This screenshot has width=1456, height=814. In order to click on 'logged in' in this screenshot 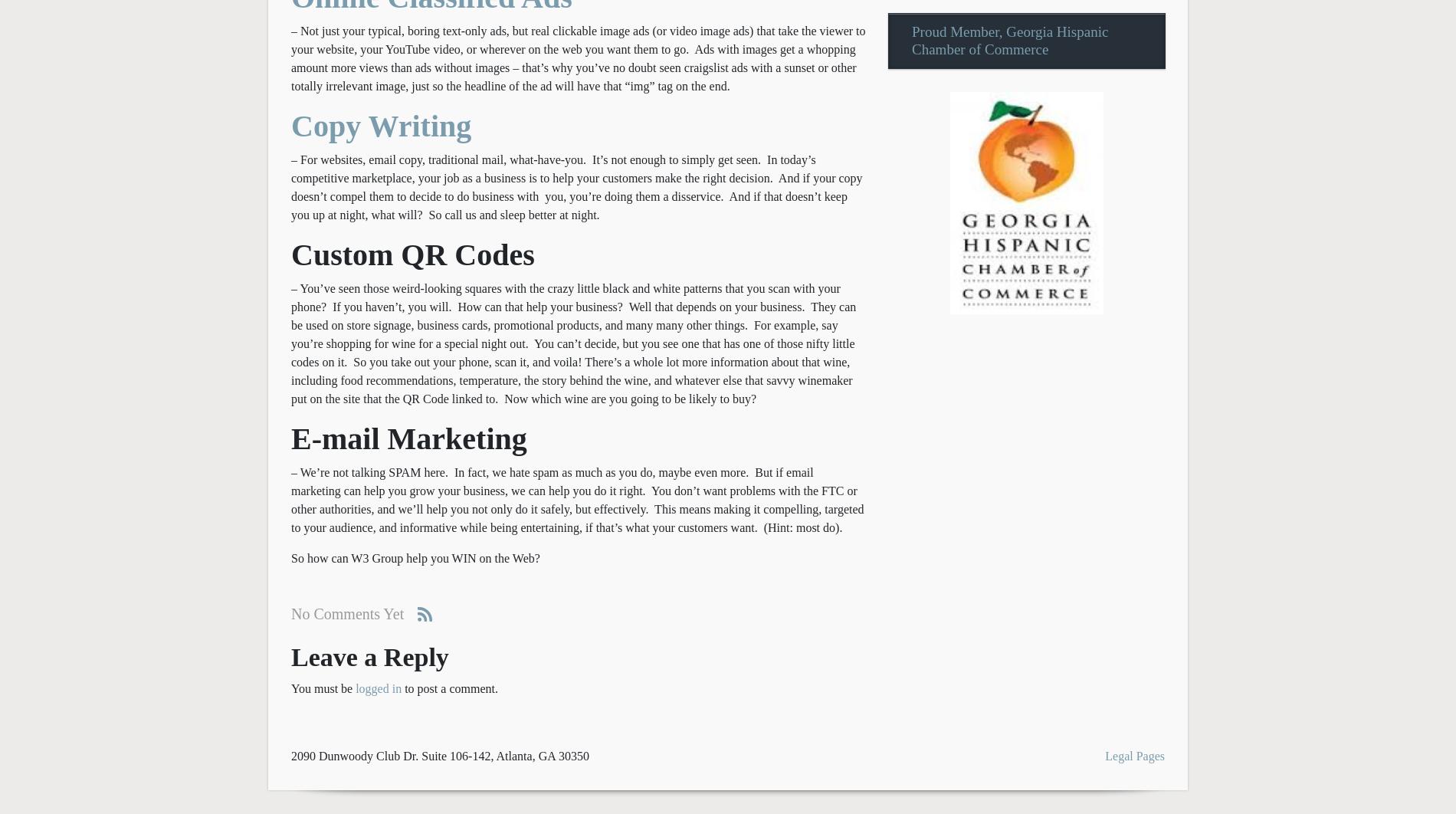, I will do `click(379, 688)`.